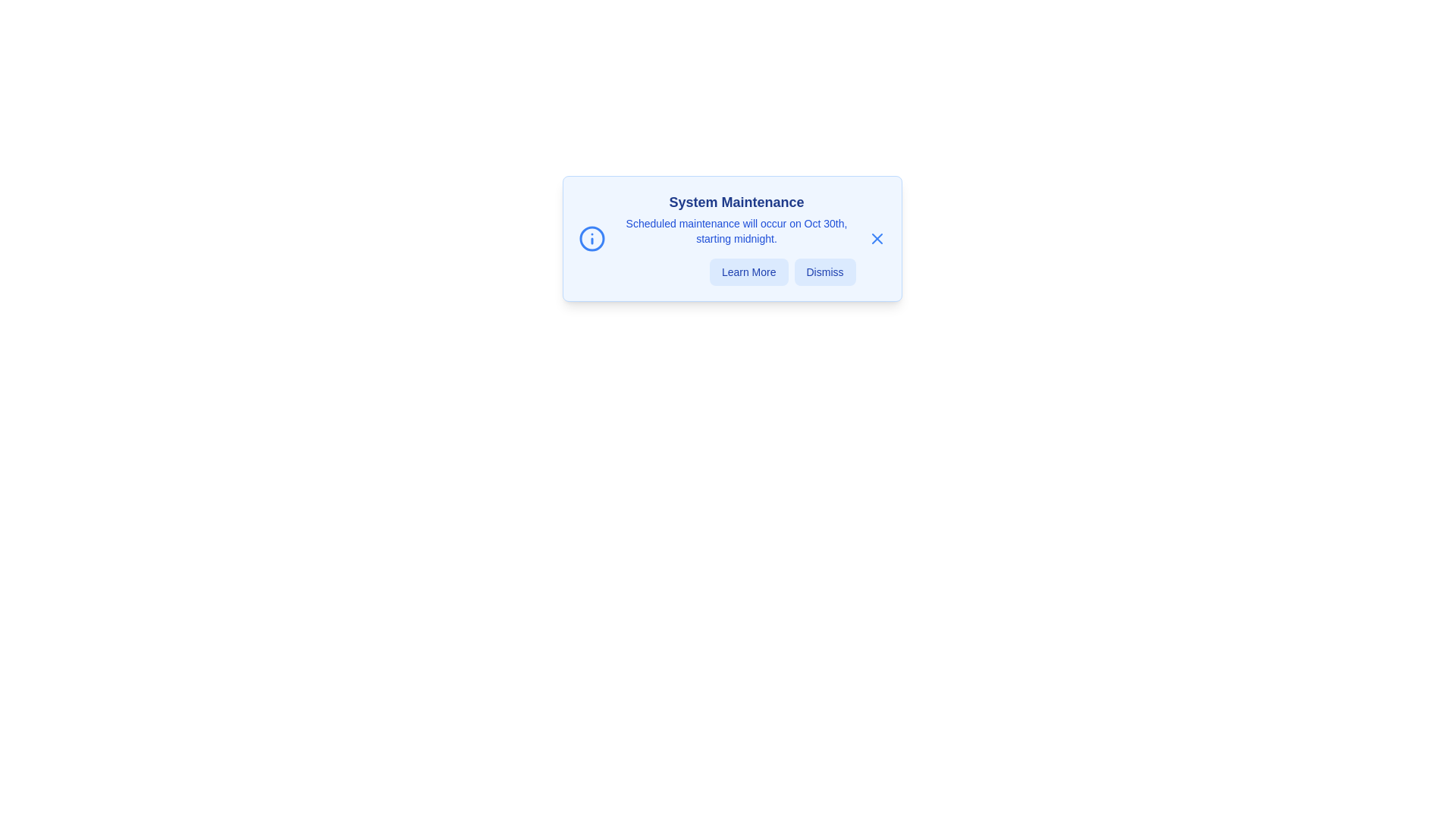 This screenshot has width=1456, height=819. I want to click on the text block that informs users about upcoming maintenance details, located below the 'System Maintenance' title and above the 'Learn More' and 'Dismiss' buttons, so click(736, 231).